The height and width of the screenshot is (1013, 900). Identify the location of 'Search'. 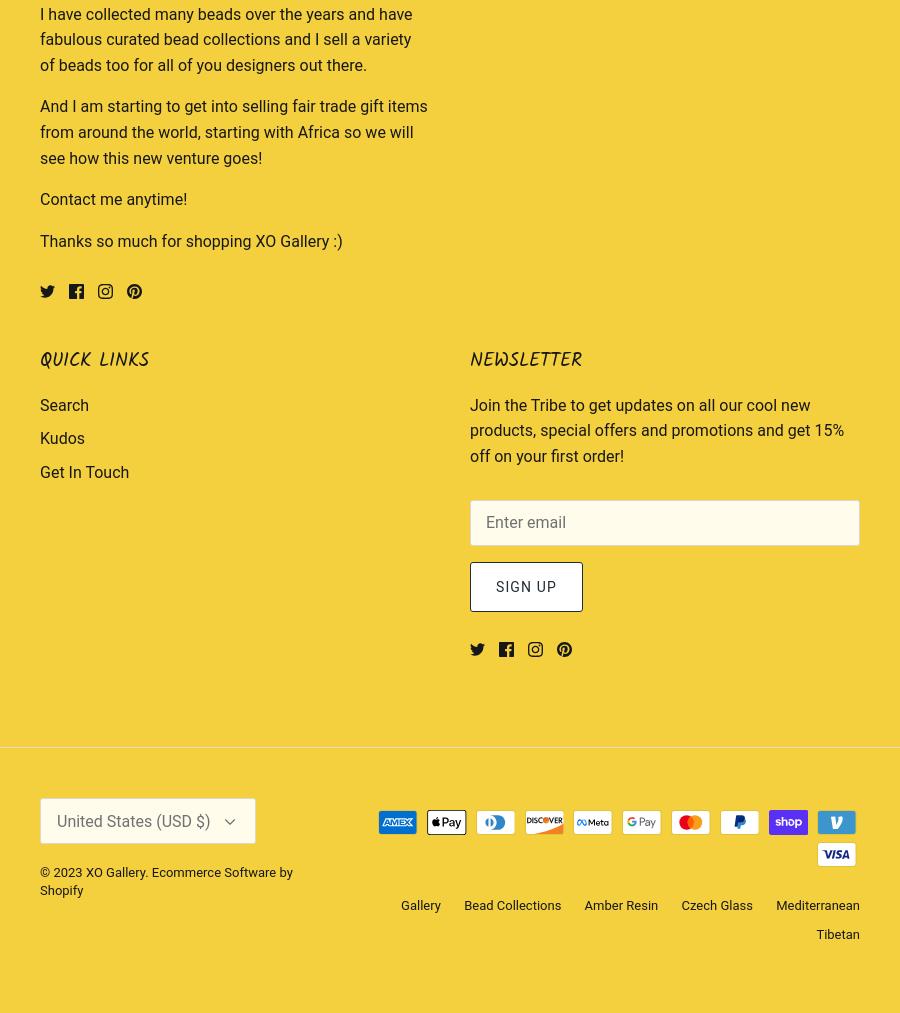
(63, 404).